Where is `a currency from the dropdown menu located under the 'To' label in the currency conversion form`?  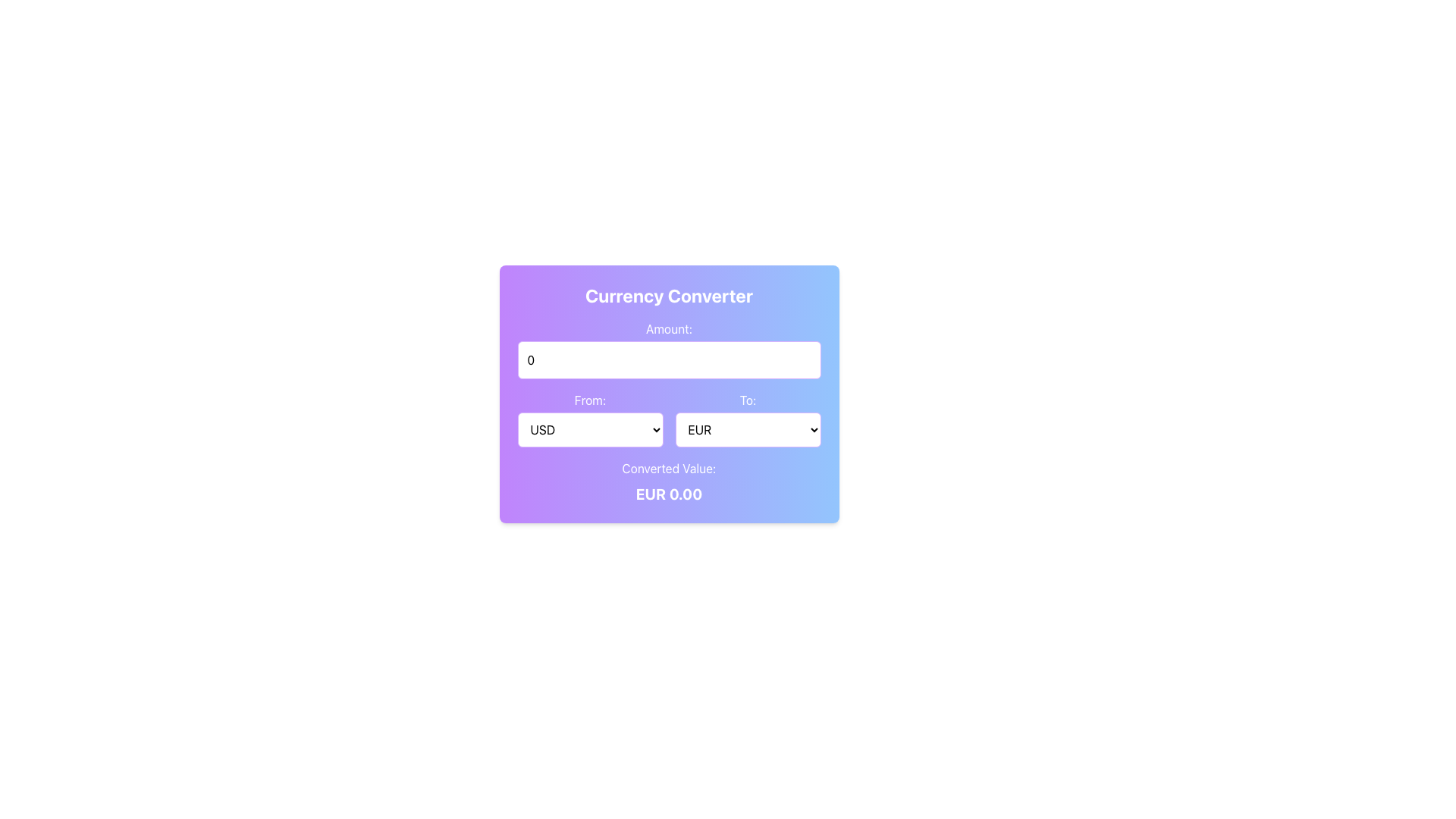
a currency from the dropdown menu located under the 'To' label in the currency conversion form is located at coordinates (748, 419).